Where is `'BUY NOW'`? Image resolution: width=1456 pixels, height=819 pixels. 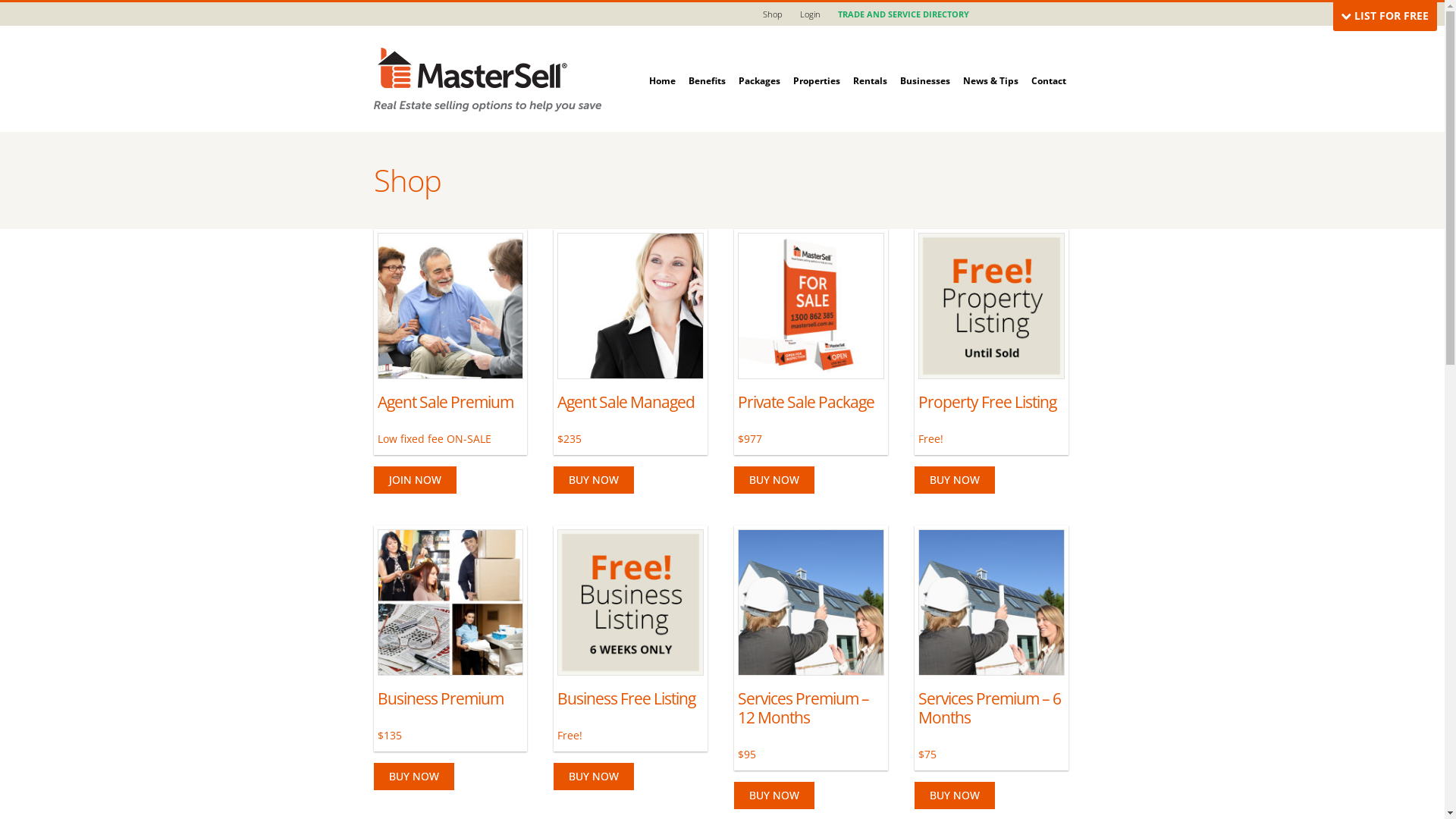 'BUY NOW' is located at coordinates (592, 479).